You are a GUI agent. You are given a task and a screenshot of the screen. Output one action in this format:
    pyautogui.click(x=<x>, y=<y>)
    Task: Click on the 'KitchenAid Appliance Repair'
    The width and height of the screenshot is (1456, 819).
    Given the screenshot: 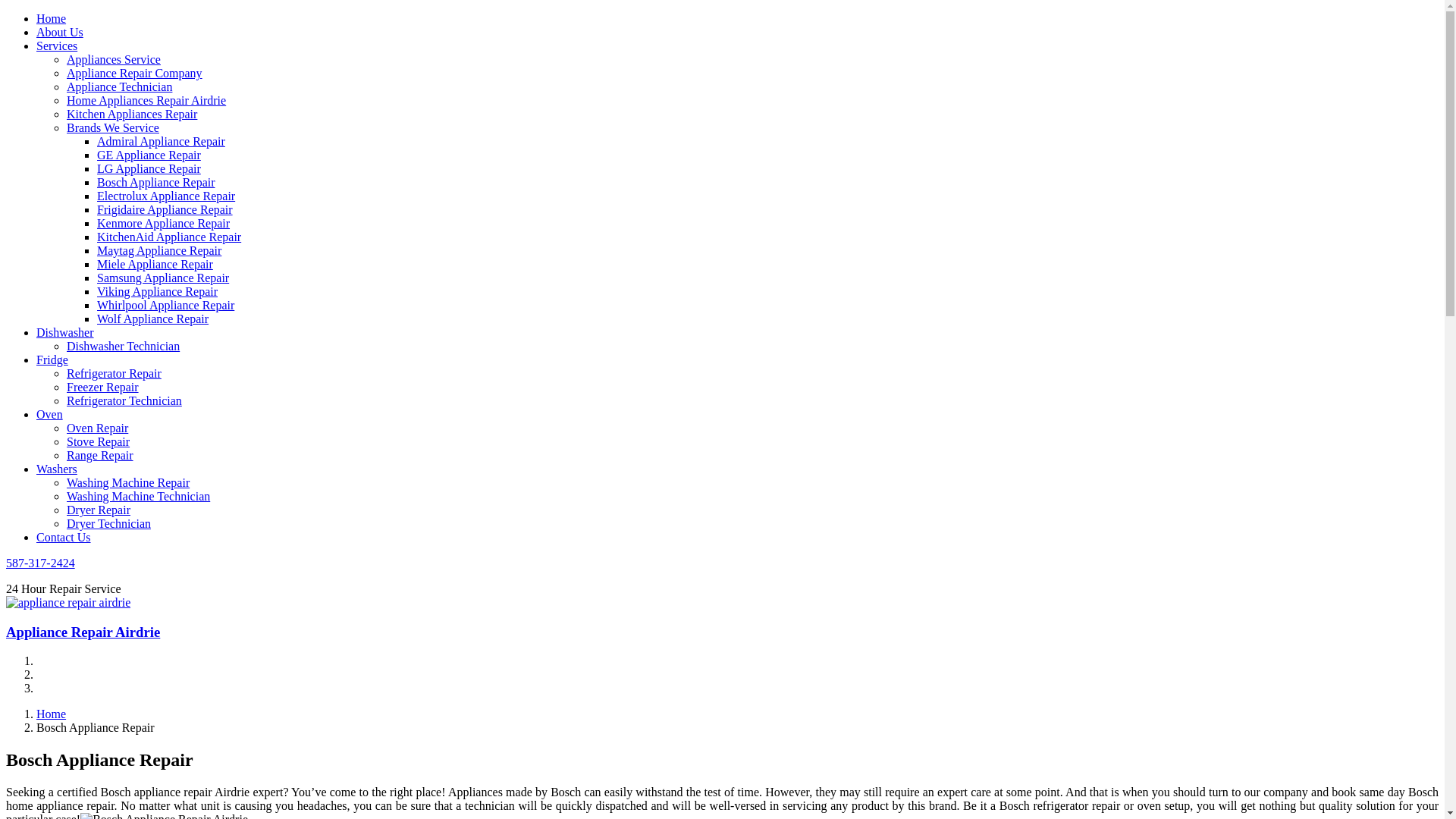 What is the action you would take?
    pyautogui.click(x=96, y=237)
    